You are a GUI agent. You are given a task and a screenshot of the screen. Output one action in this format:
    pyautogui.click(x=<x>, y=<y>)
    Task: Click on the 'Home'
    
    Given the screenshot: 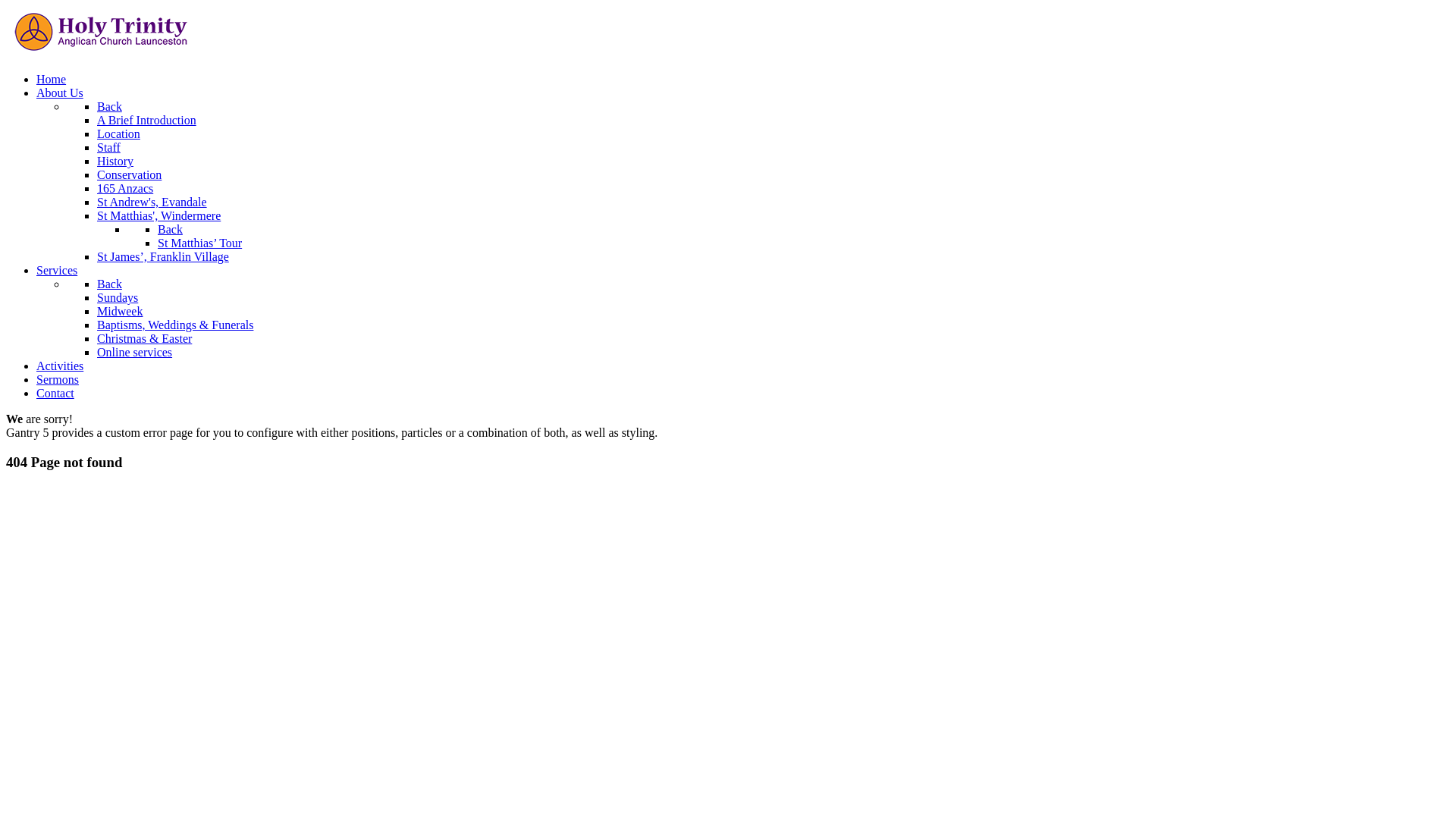 What is the action you would take?
    pyautogui.click(x=36, y=79)
    